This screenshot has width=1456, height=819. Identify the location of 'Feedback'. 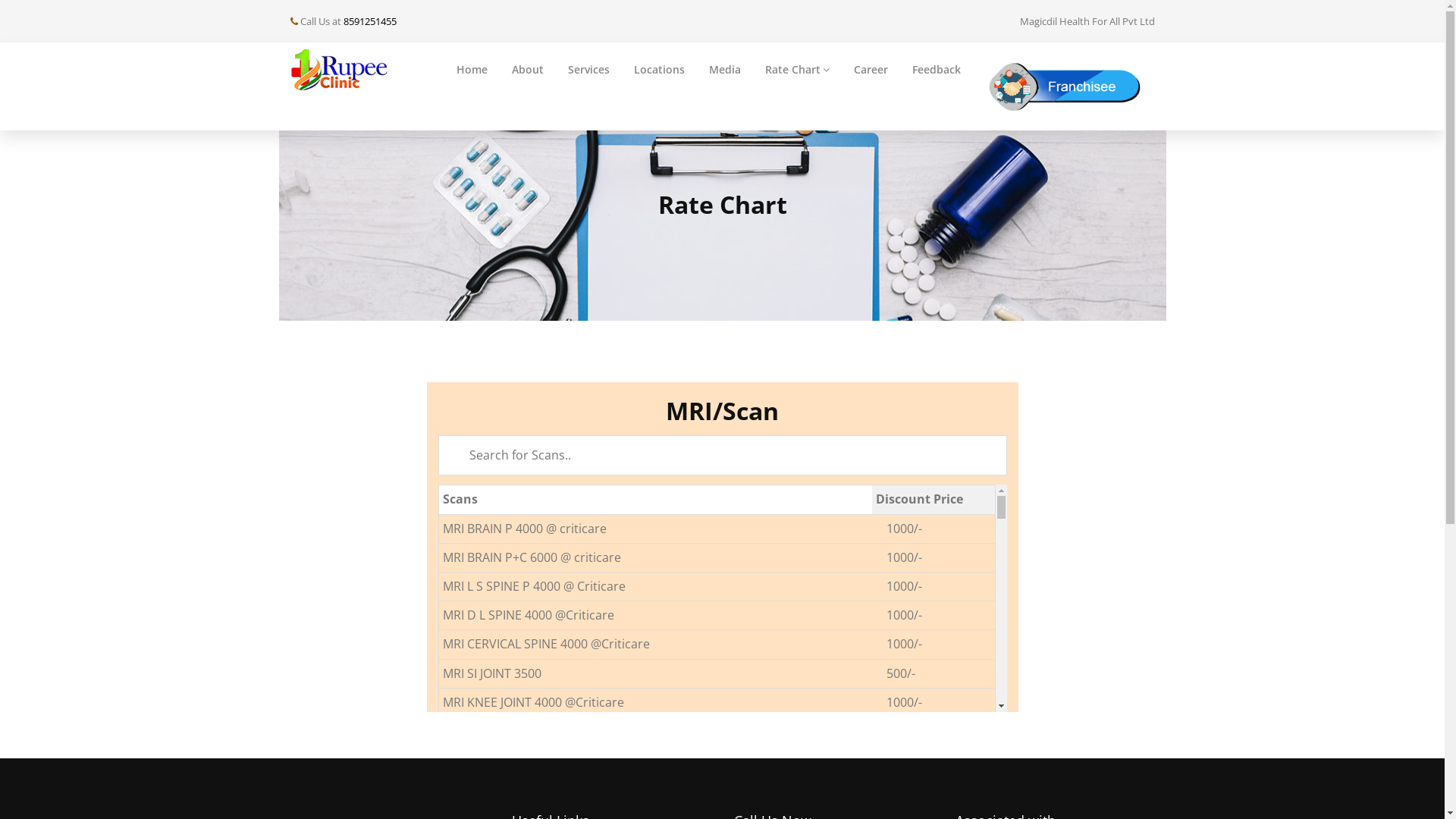
(935, 70).